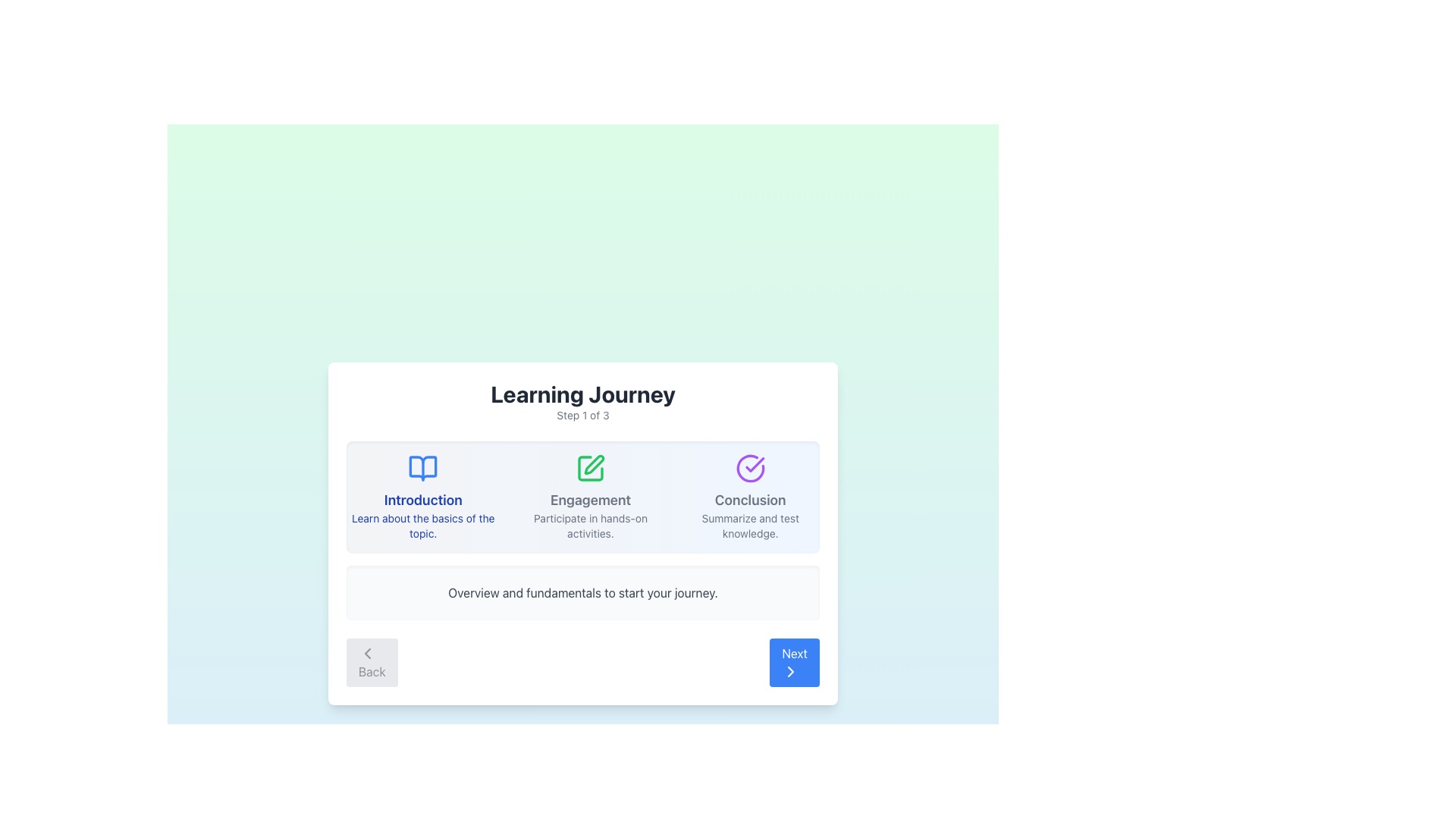 Image resolution: width=1456 pixels, height=819 pixels. What do you see at coordinates (589, 526) in the screenshot?
I see `the descriptive text label for the 'Engagement' section, which provides details about the associated activity` at bounding box center [589, 526].